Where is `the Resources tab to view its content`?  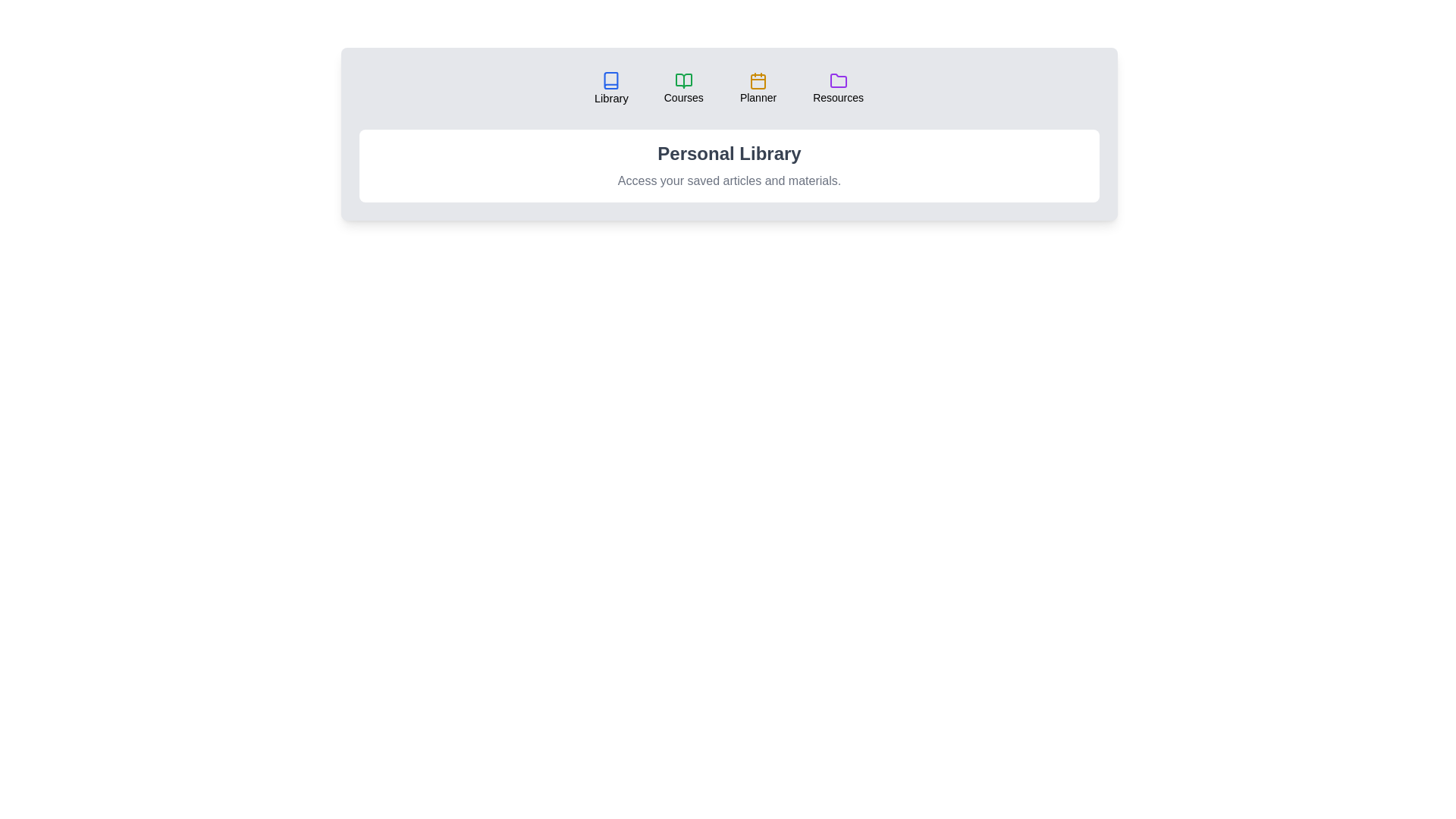 the Resources tab to view its content is located at coordinates (836, 88).